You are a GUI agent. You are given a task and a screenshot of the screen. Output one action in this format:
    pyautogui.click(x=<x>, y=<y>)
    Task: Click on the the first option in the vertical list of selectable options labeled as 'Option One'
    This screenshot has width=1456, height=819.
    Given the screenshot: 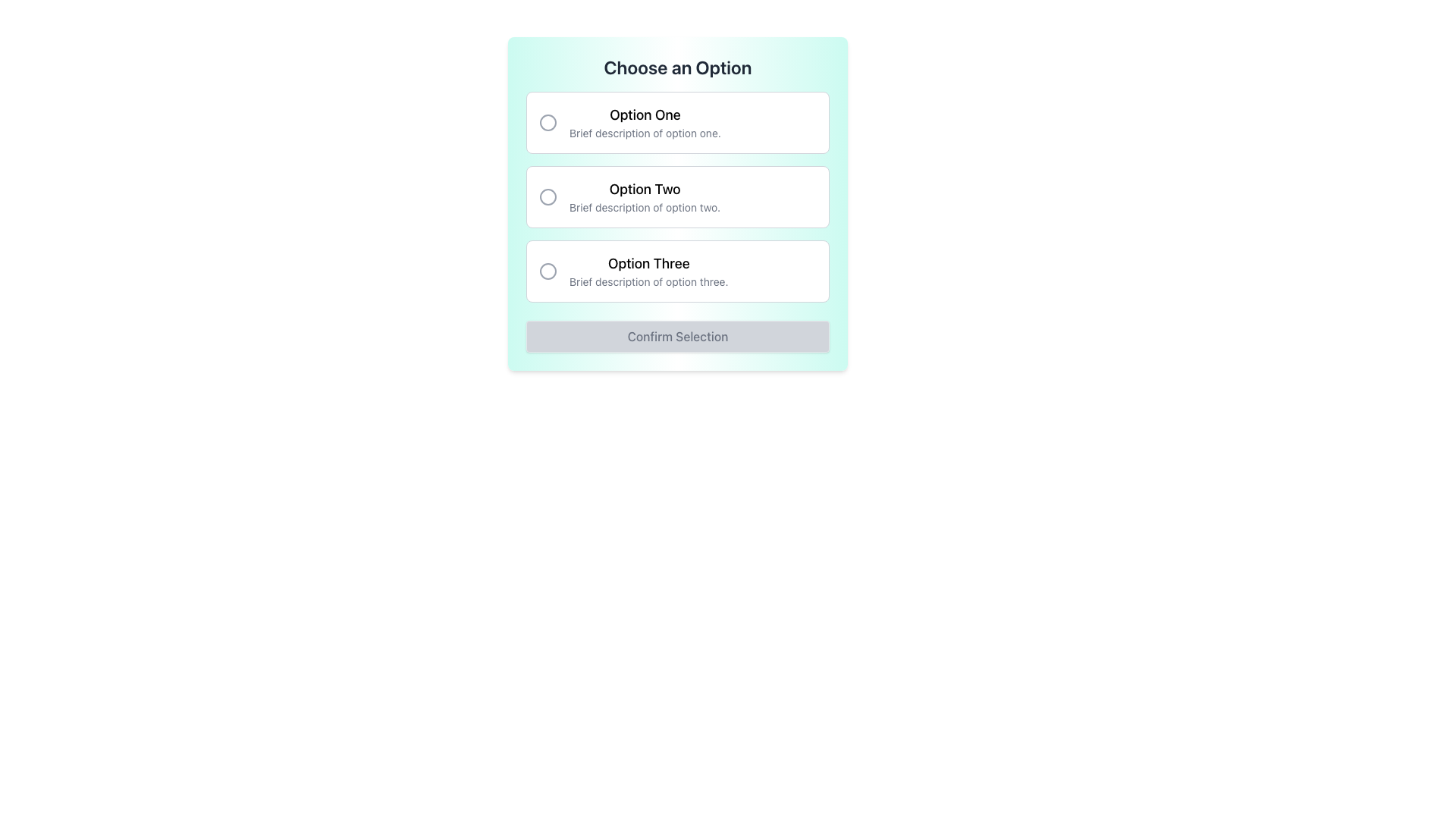 What is the action you would take?
    pyautogui.click(x=676, y=122)
    